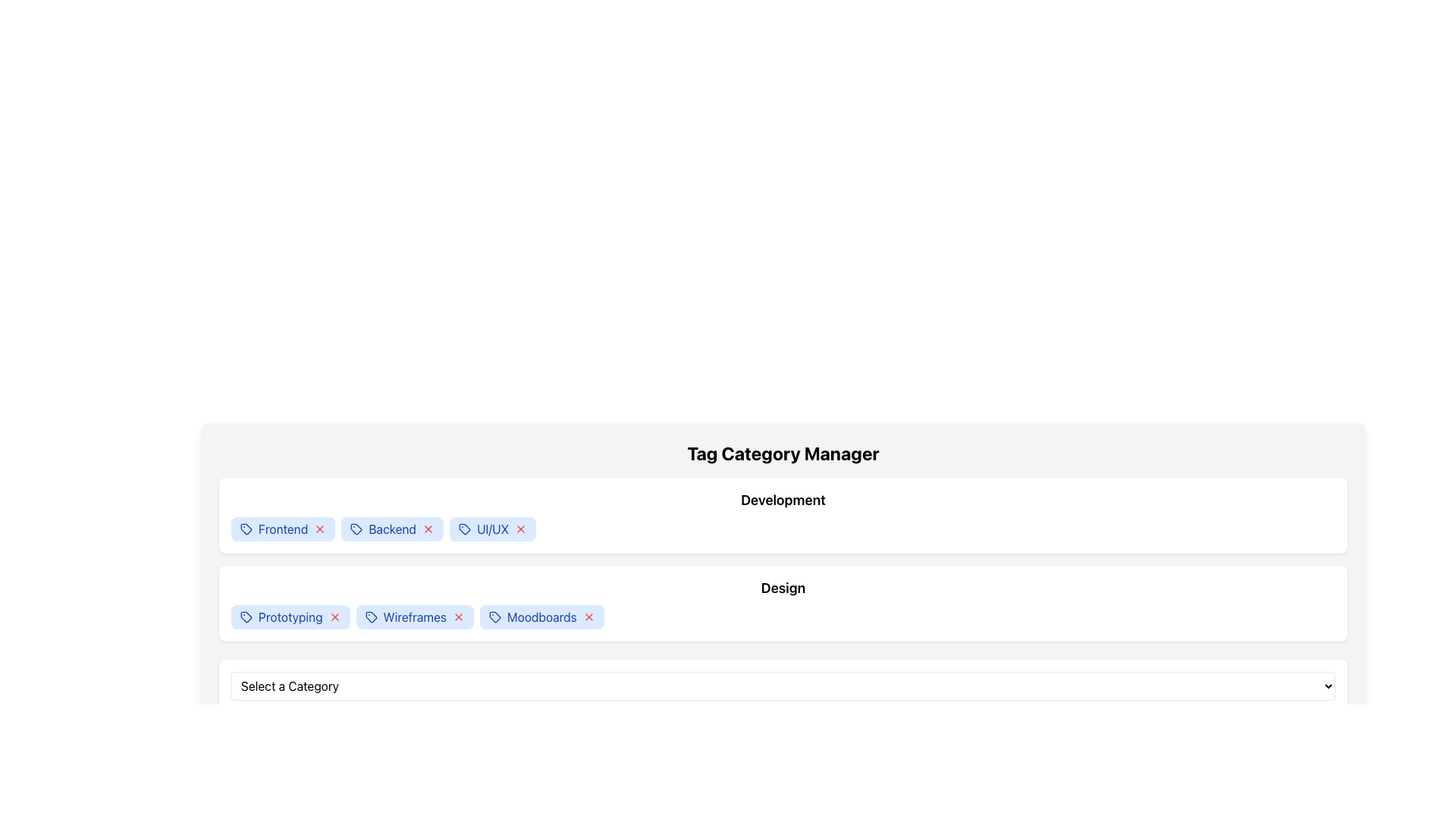  I want to click on the appearance of the tag icon element, which is a blue outlined vector graphic located to the left of the 'Wireframes' text under the 'Design' section, so click(371, 617).